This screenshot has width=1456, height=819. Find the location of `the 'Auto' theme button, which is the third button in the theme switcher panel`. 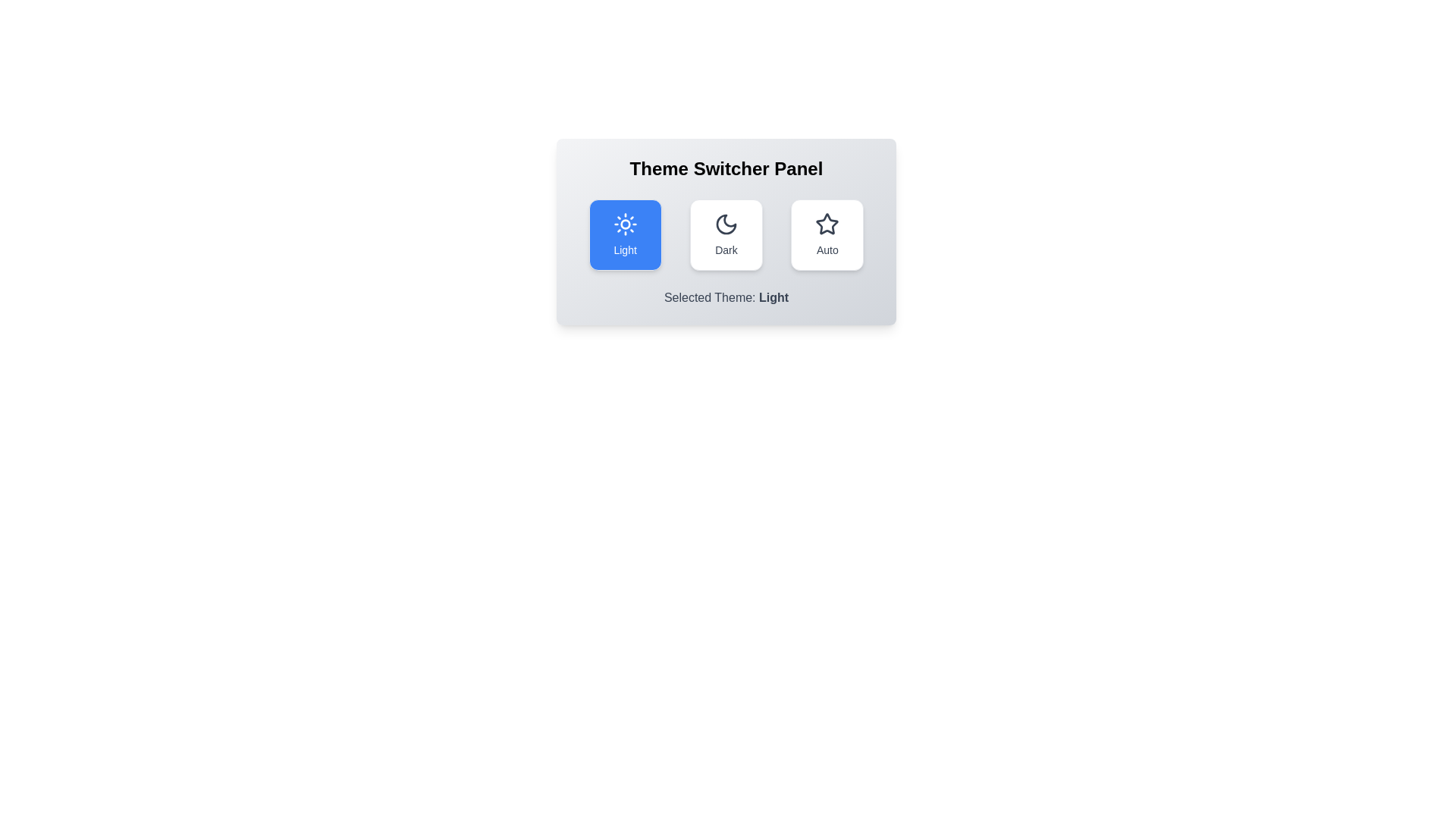

the 'Auto' theme button, which is the third button in the theme switcher panel is located at coordinates (827, 234).